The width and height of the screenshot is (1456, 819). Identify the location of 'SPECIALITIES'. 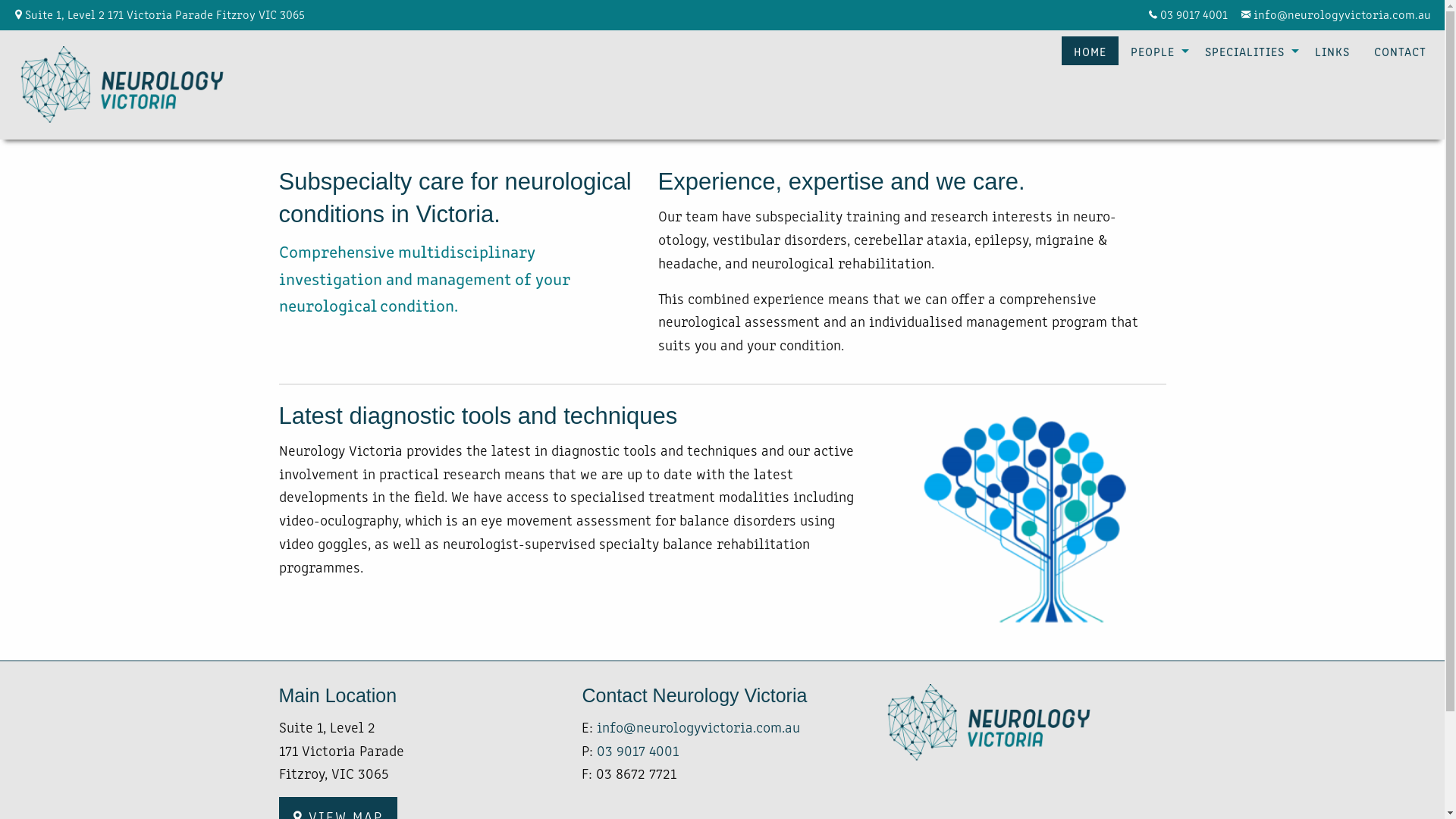
(1247, 49).